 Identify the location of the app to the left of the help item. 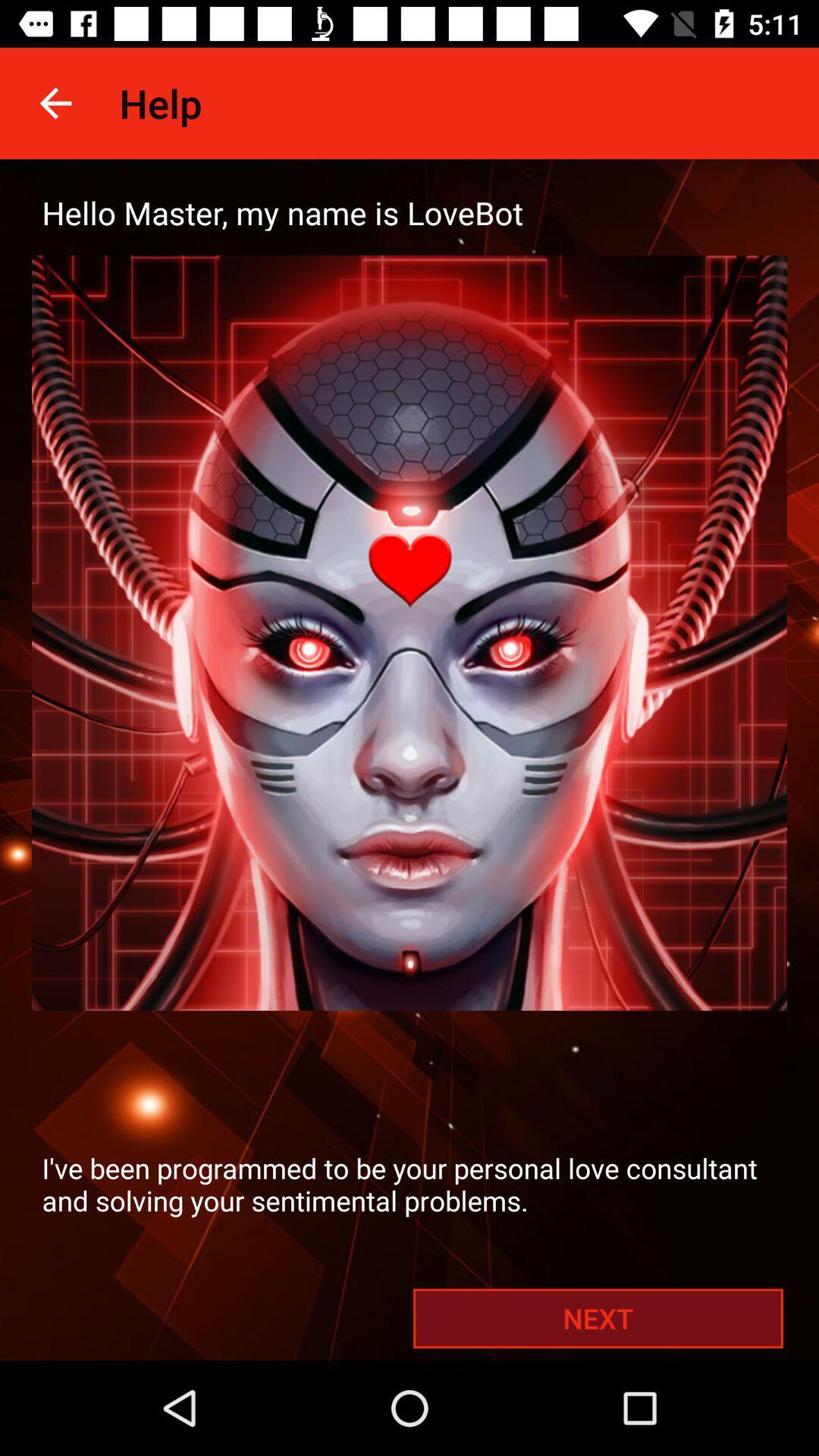
(55, 102).